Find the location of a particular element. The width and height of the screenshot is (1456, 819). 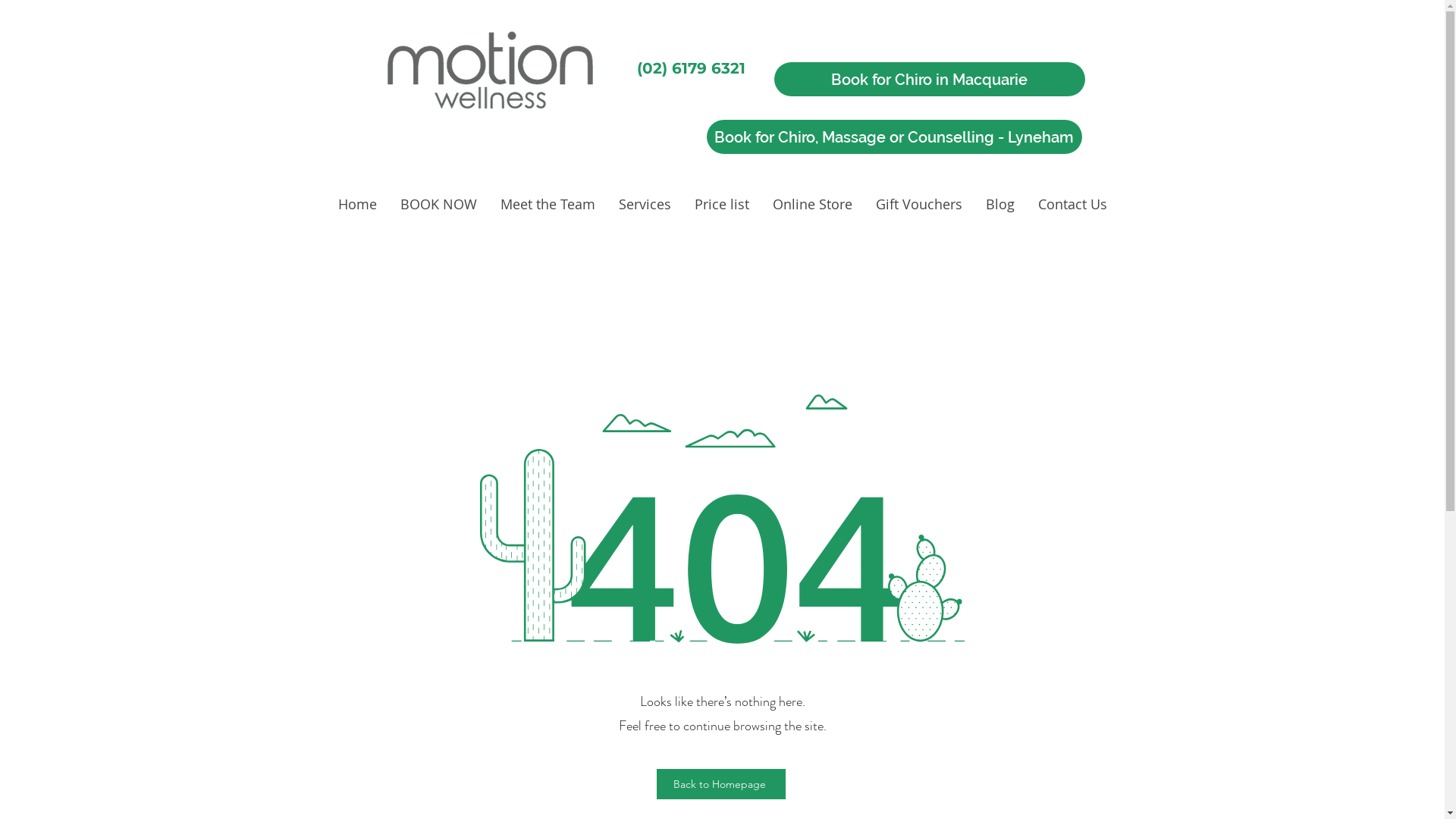

'Price list' is located at coordinates (720, 203).